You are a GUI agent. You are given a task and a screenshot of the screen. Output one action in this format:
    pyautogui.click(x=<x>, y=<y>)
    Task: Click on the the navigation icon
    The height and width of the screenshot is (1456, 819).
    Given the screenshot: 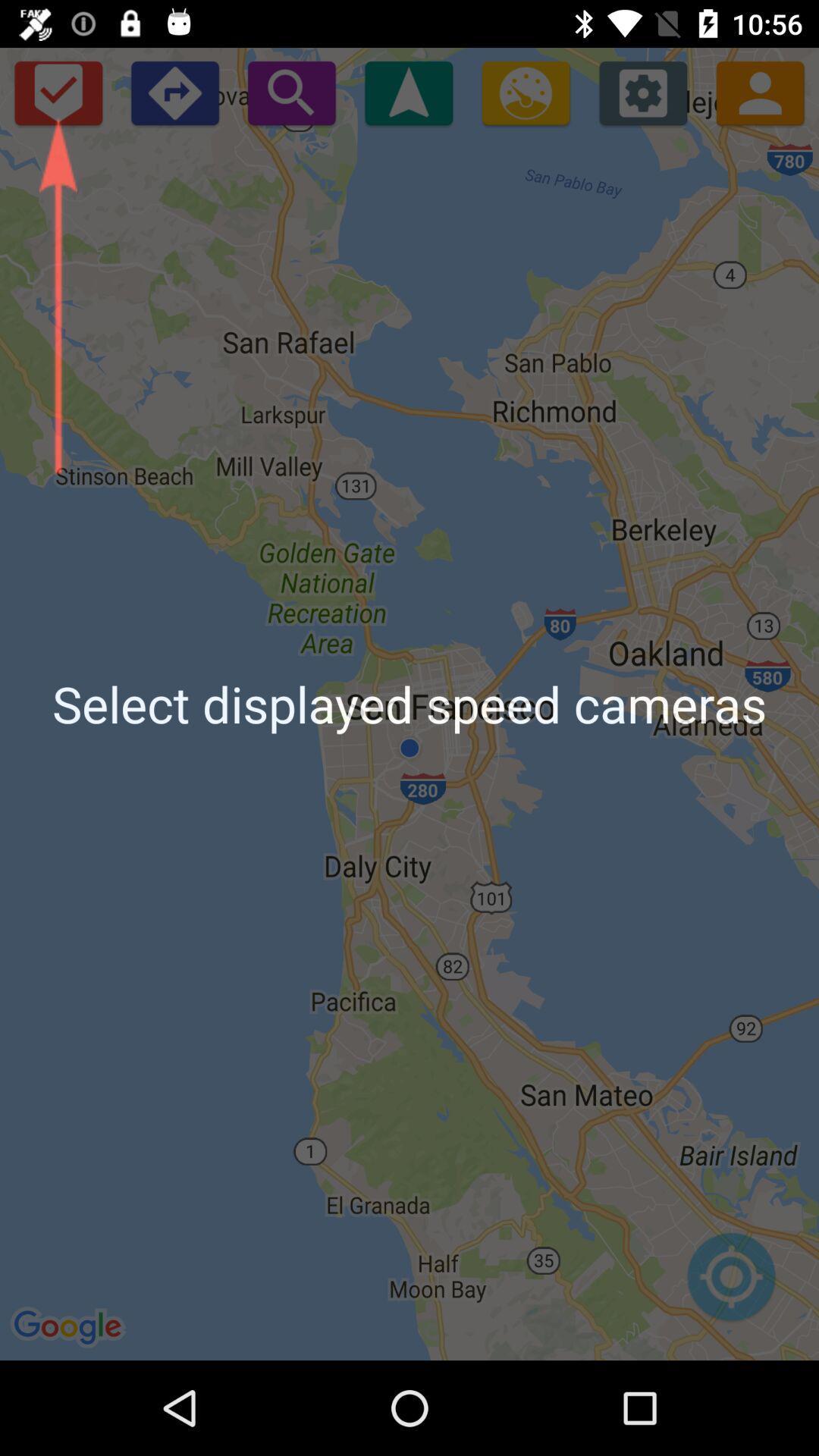 What is the action you would take?
    pyautogui.click(x=408, y=92)
    